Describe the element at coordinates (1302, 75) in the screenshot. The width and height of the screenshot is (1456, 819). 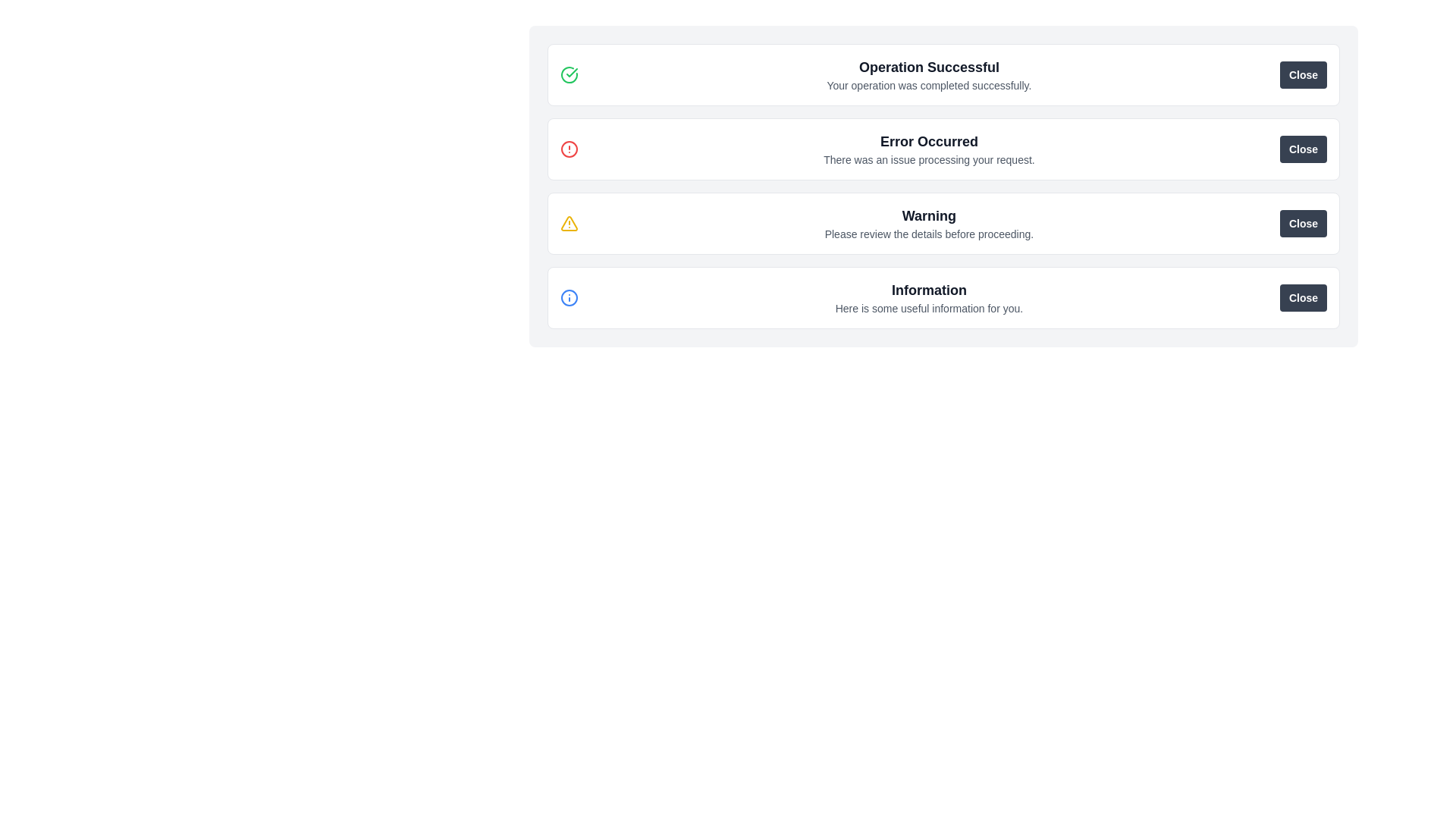
I see `the 'Close' button, which is a rectangular button with a dark gray background and white text, located on the far right of the notice box titled 'Operation Successful'` at that location.